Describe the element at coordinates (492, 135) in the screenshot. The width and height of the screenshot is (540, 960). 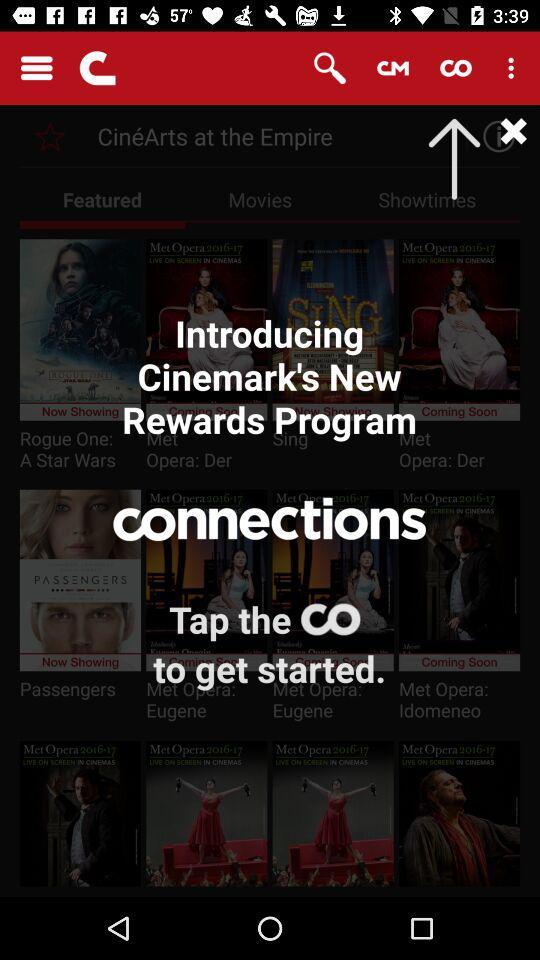
I see `advertisement` at that location.